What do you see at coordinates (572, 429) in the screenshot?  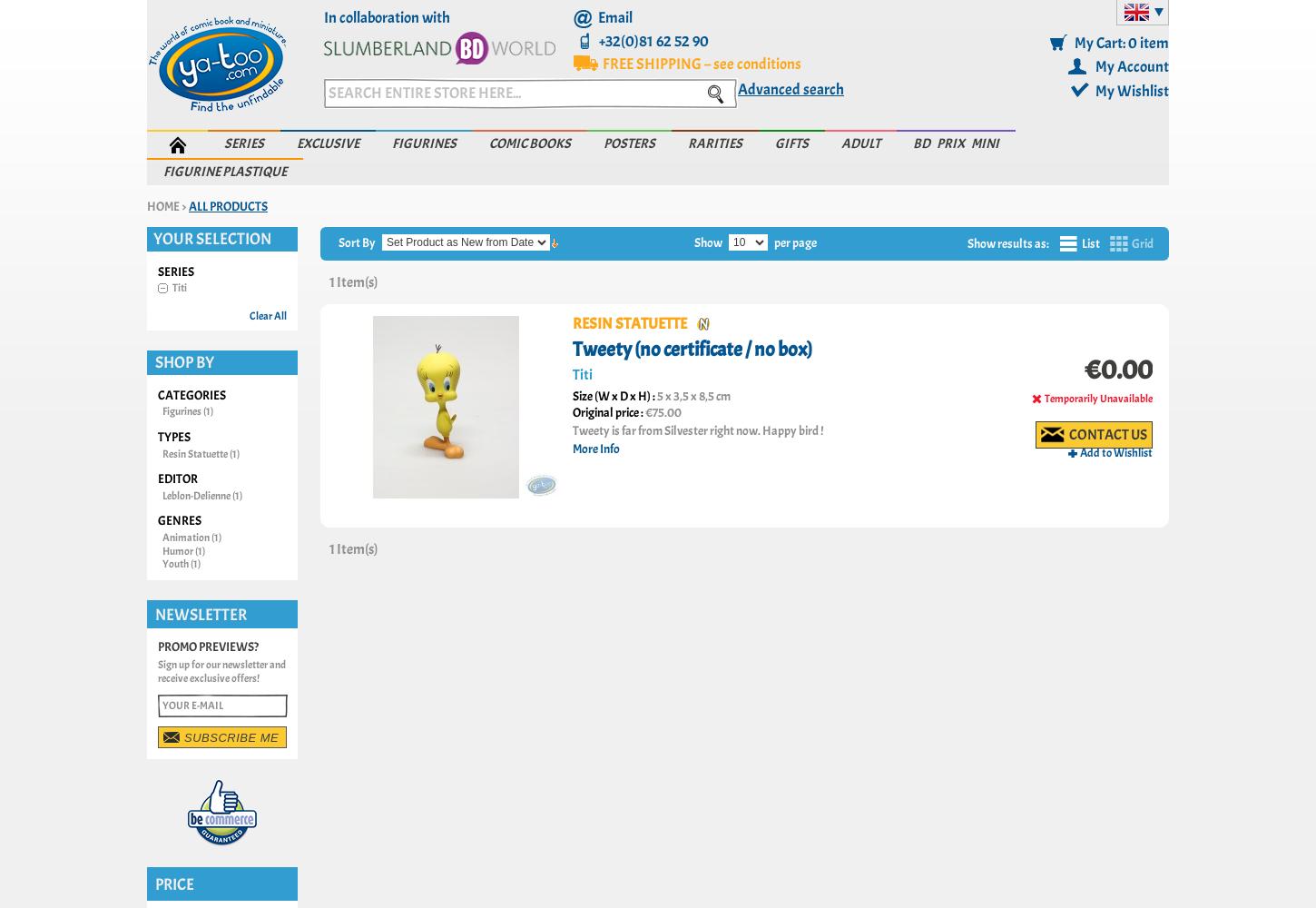 I see `'Tweety is far from Silvester right now. Happy bird !'` at bounding box center [572, 429].